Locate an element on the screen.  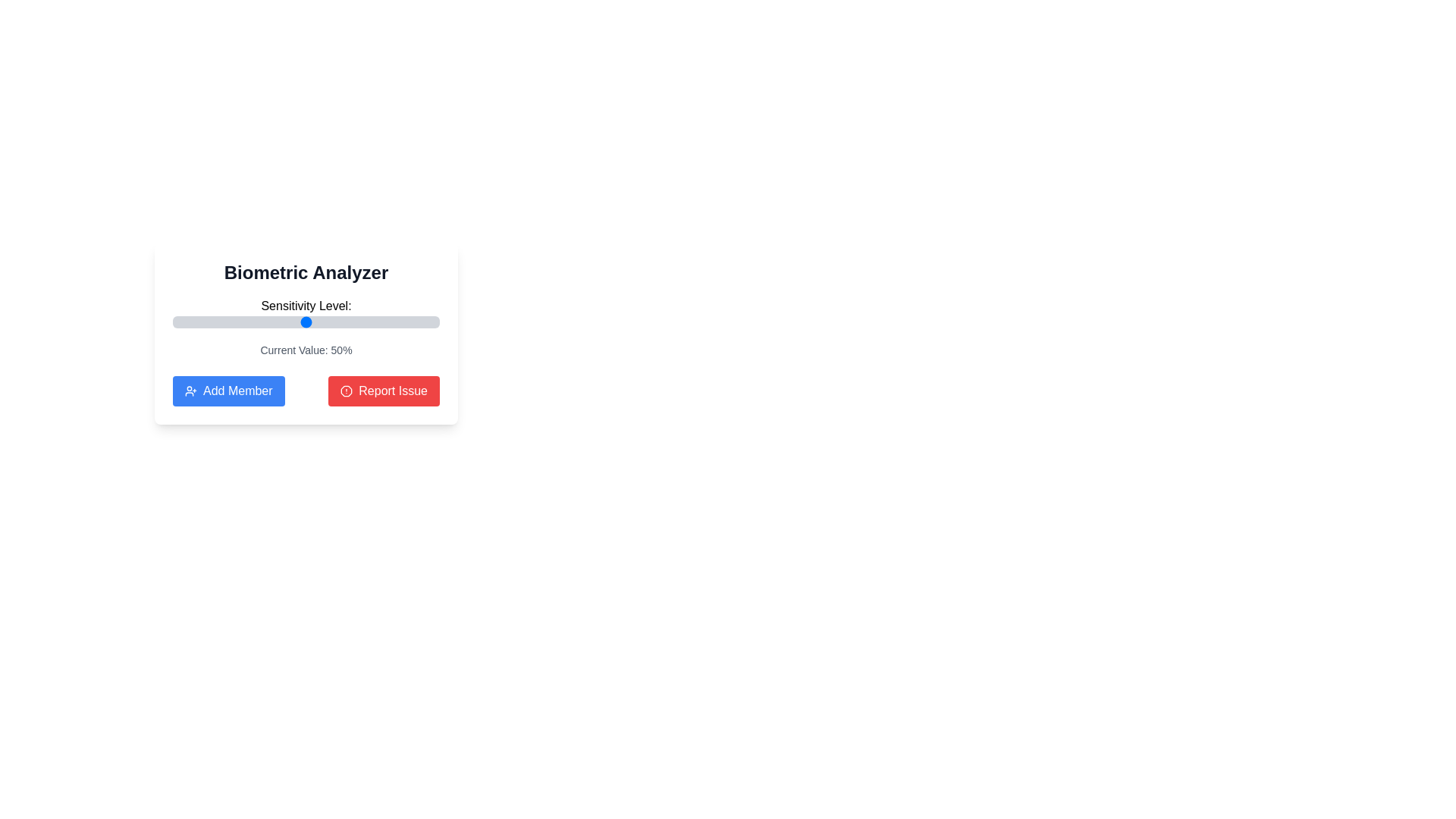
the sensitivity level is located at coordinates (334, 321).